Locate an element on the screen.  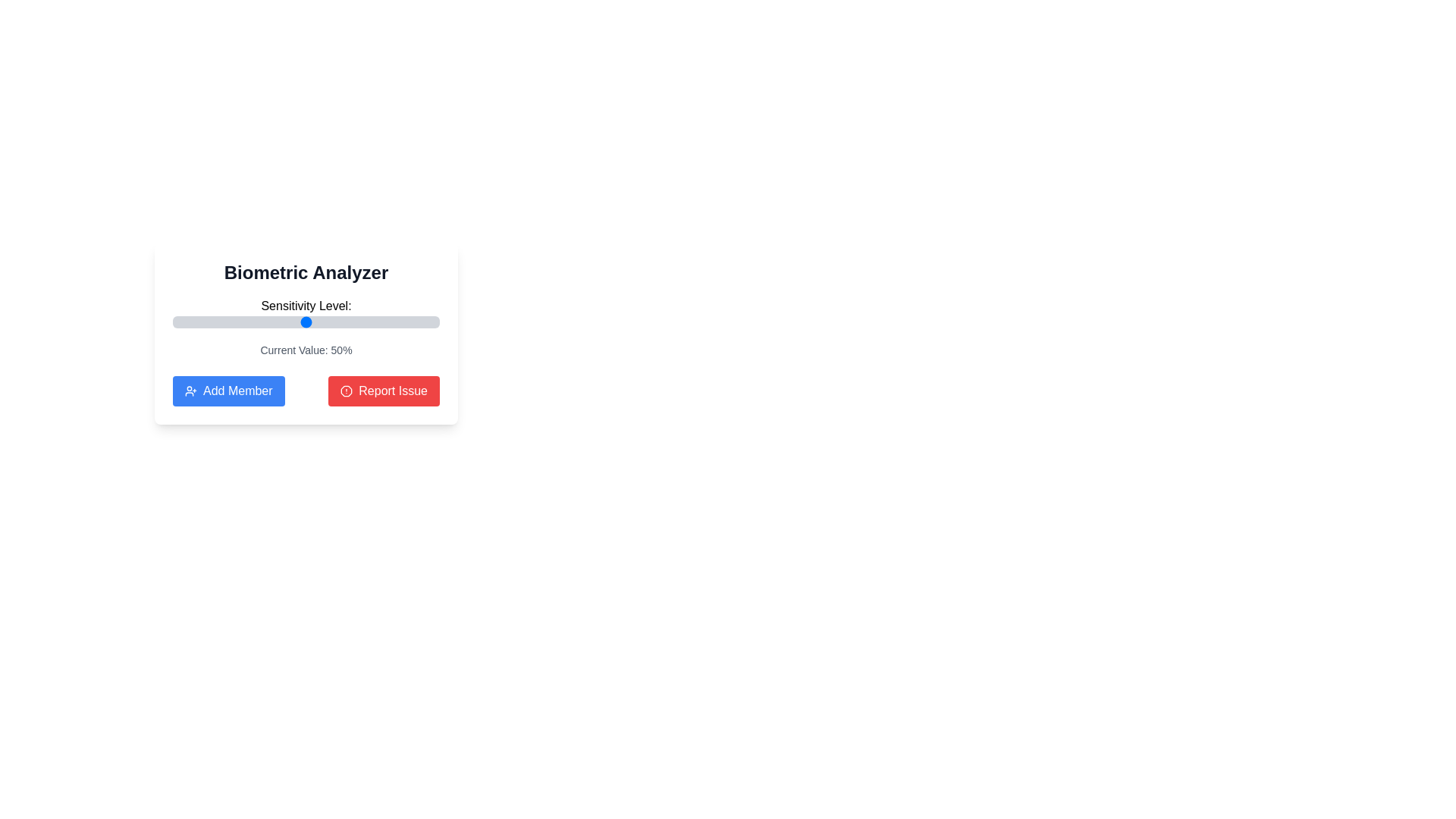
the sensitivity level is located at coordinates (334, 321).